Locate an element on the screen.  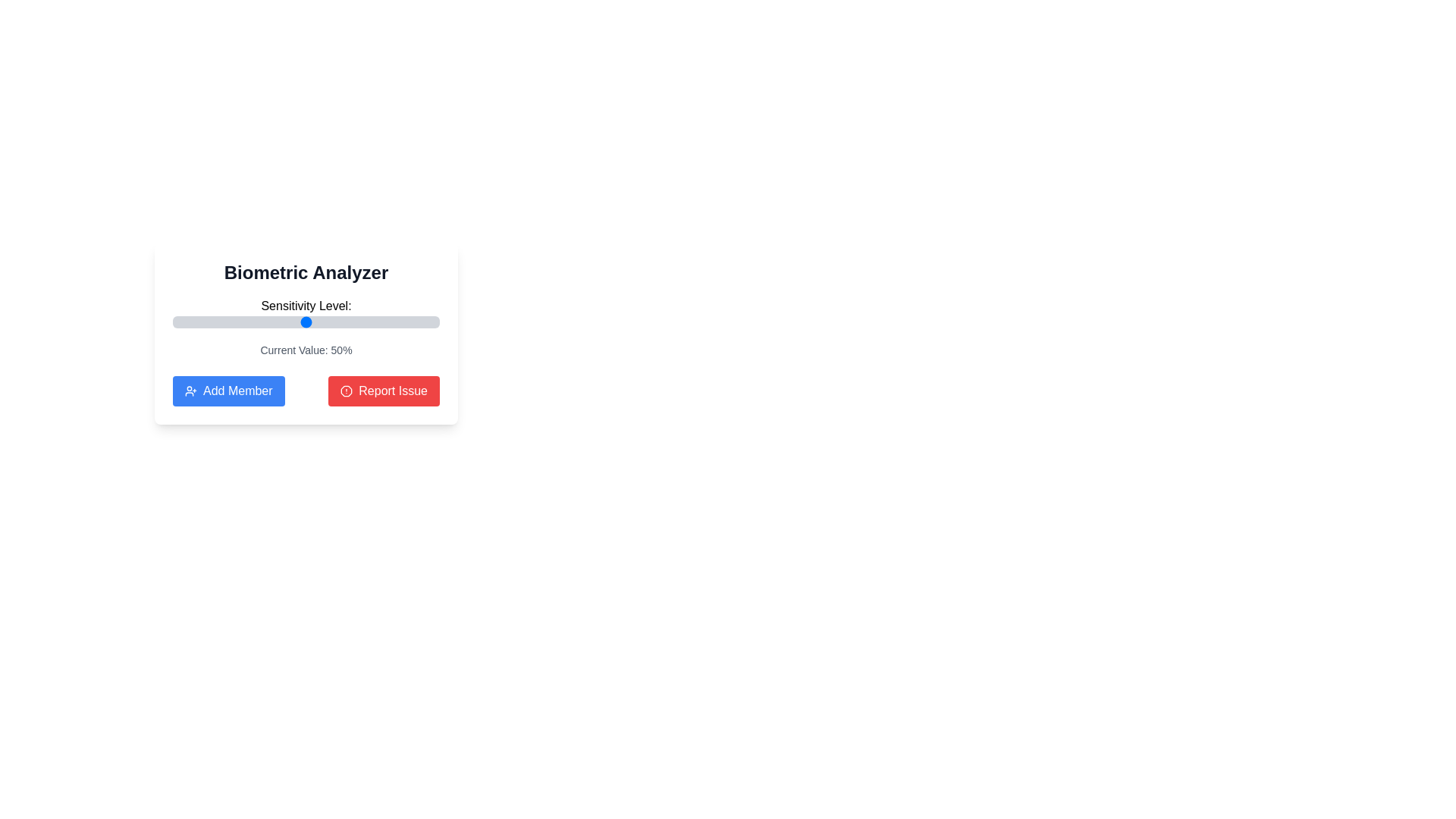
the sensitivity level is located at coordinates (334, 321).